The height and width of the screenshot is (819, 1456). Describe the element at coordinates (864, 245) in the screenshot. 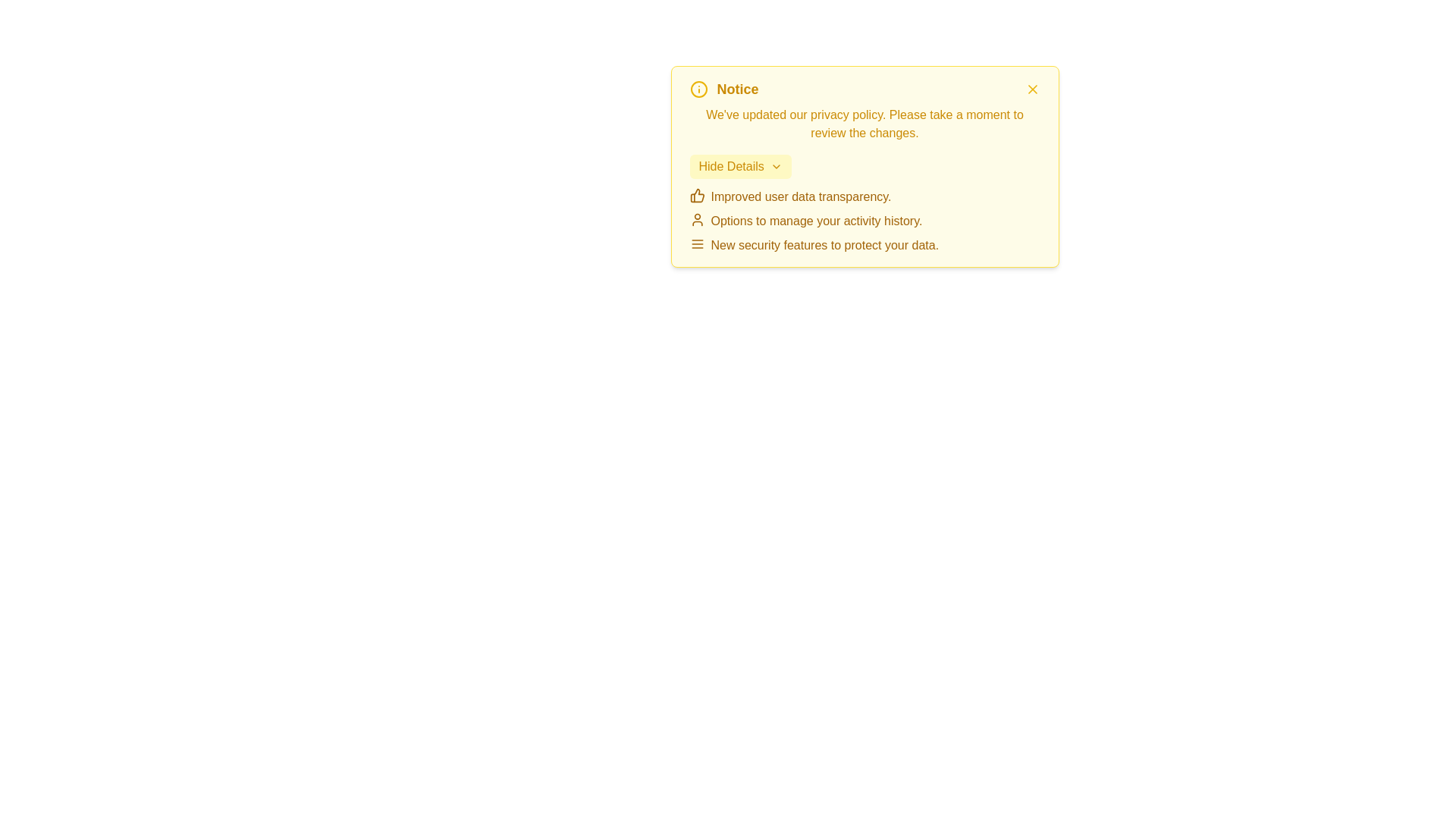

I see `the informational text about new security features for reading, located in the pale yellow notification box as the third item in a vertical list` at that location.